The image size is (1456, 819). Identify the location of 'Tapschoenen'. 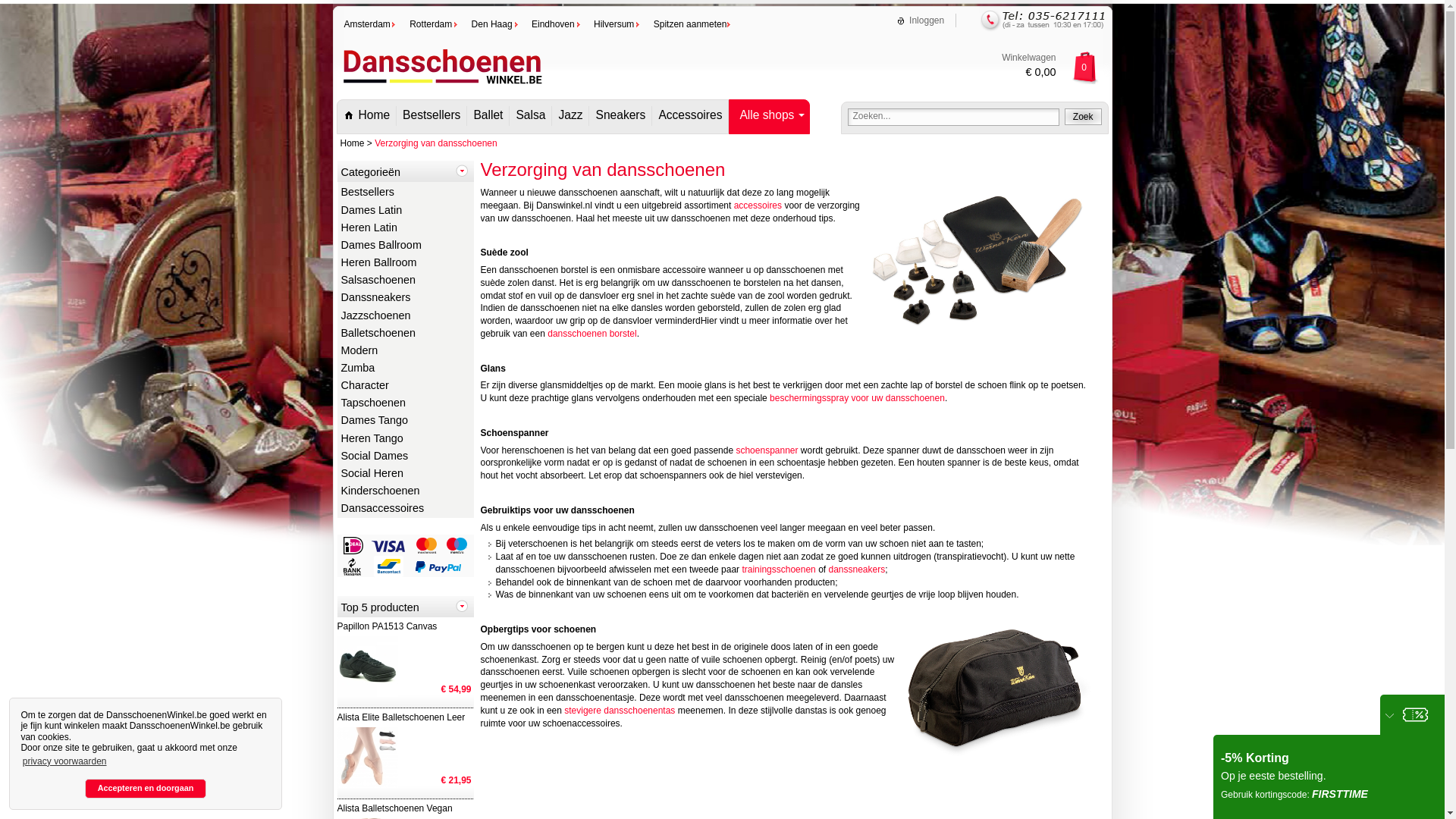
(404, 403).